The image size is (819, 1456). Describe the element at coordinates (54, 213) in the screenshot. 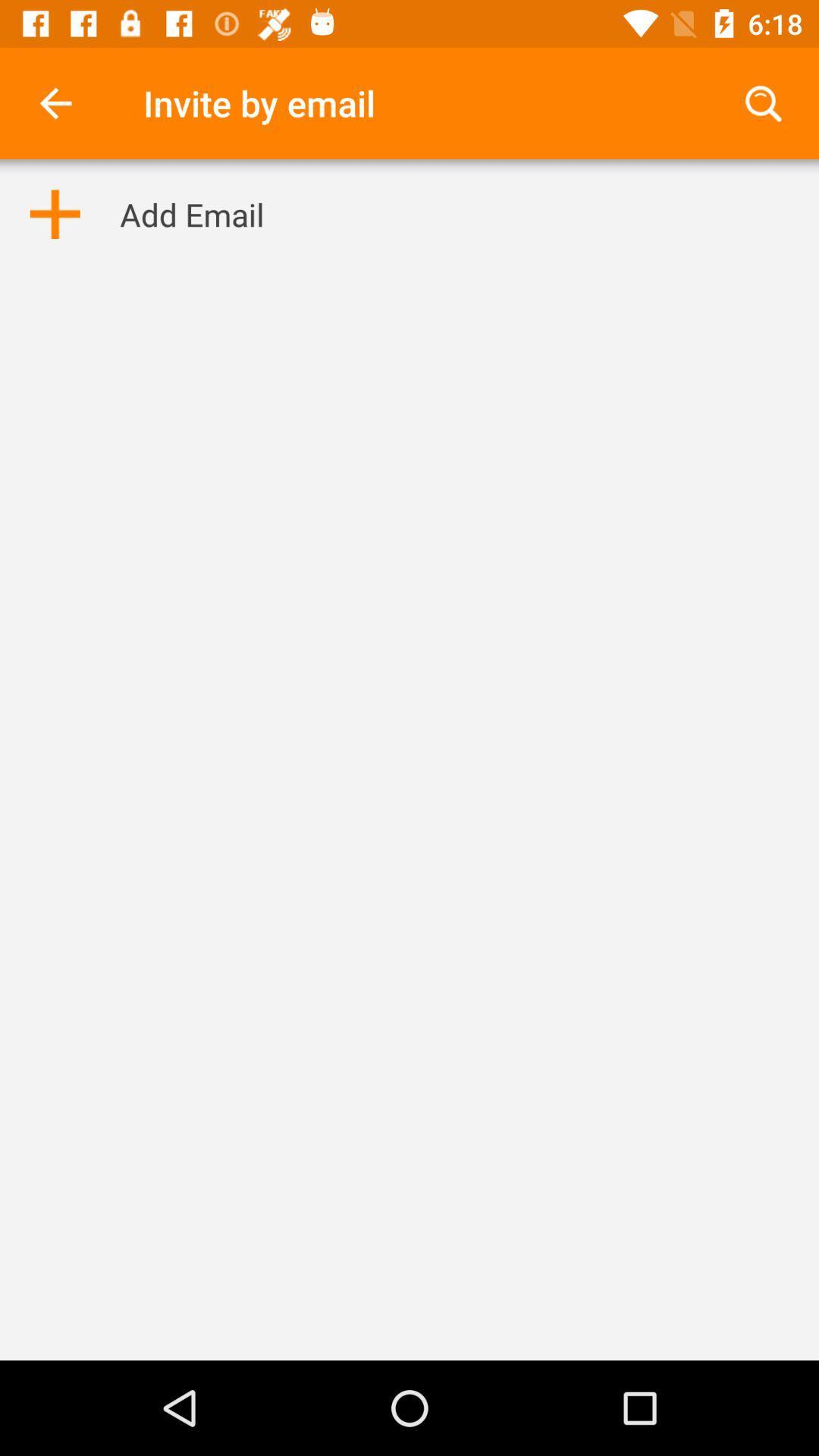

I see `icon next to add email` at that location.